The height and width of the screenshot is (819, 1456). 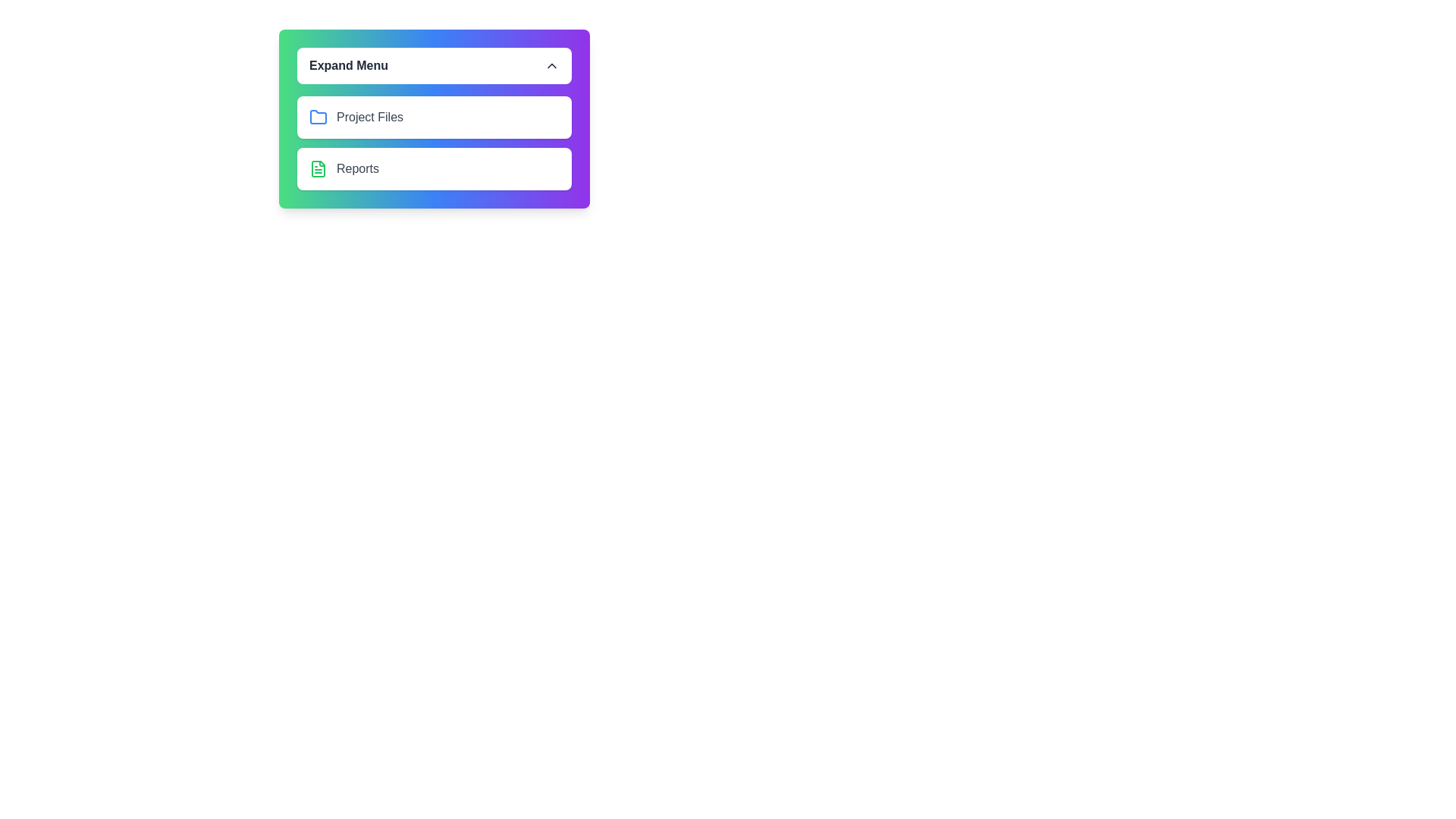 I want to click on the chevron-up IconButton located to the right of the 'Expand Menu' label, so click(x=551, y=65).